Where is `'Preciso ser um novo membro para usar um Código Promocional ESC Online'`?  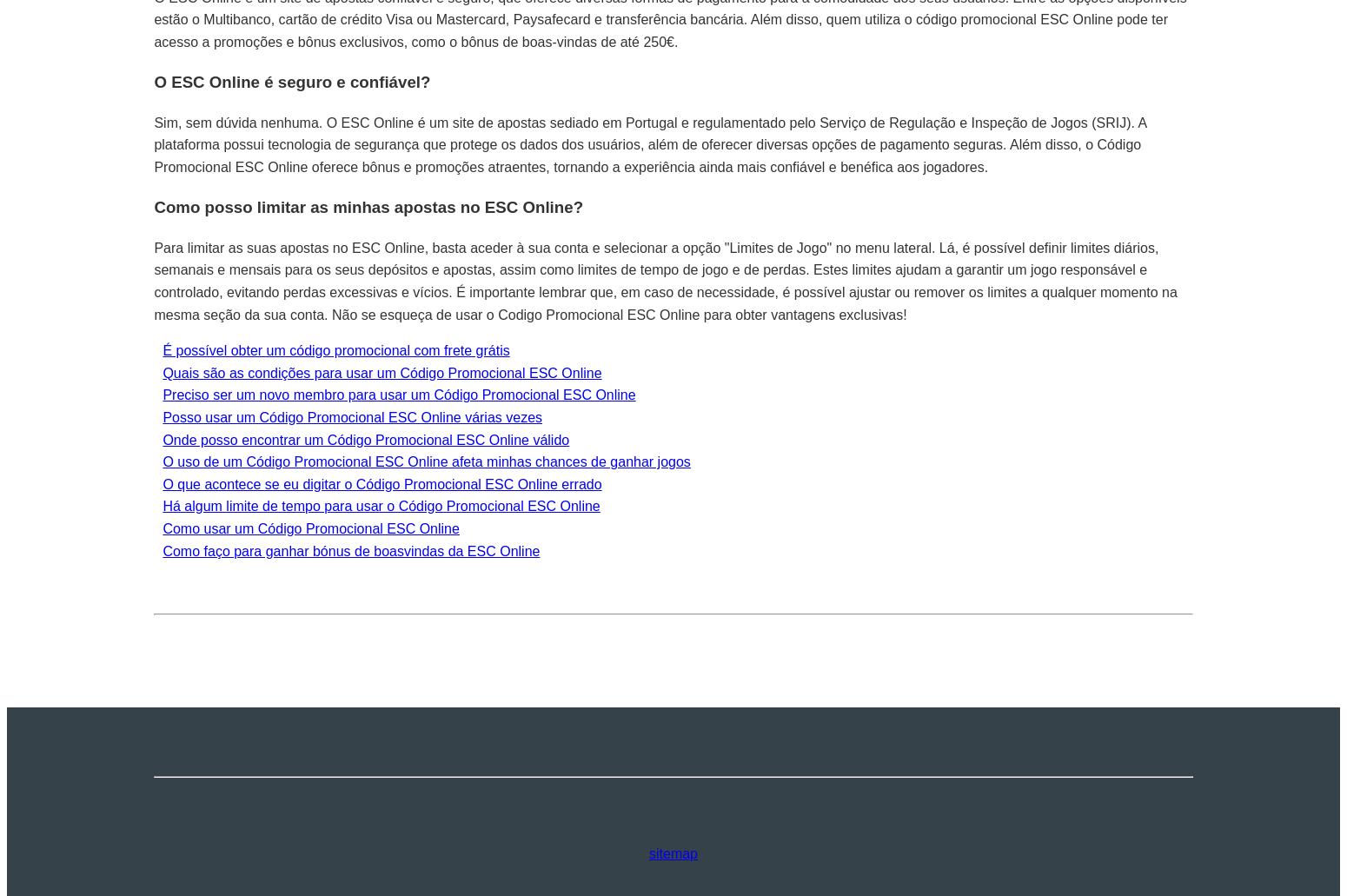 'Preciso ser um novo membro para usar um Código Promocional ESC Online' is located at coordinates (398, 395).